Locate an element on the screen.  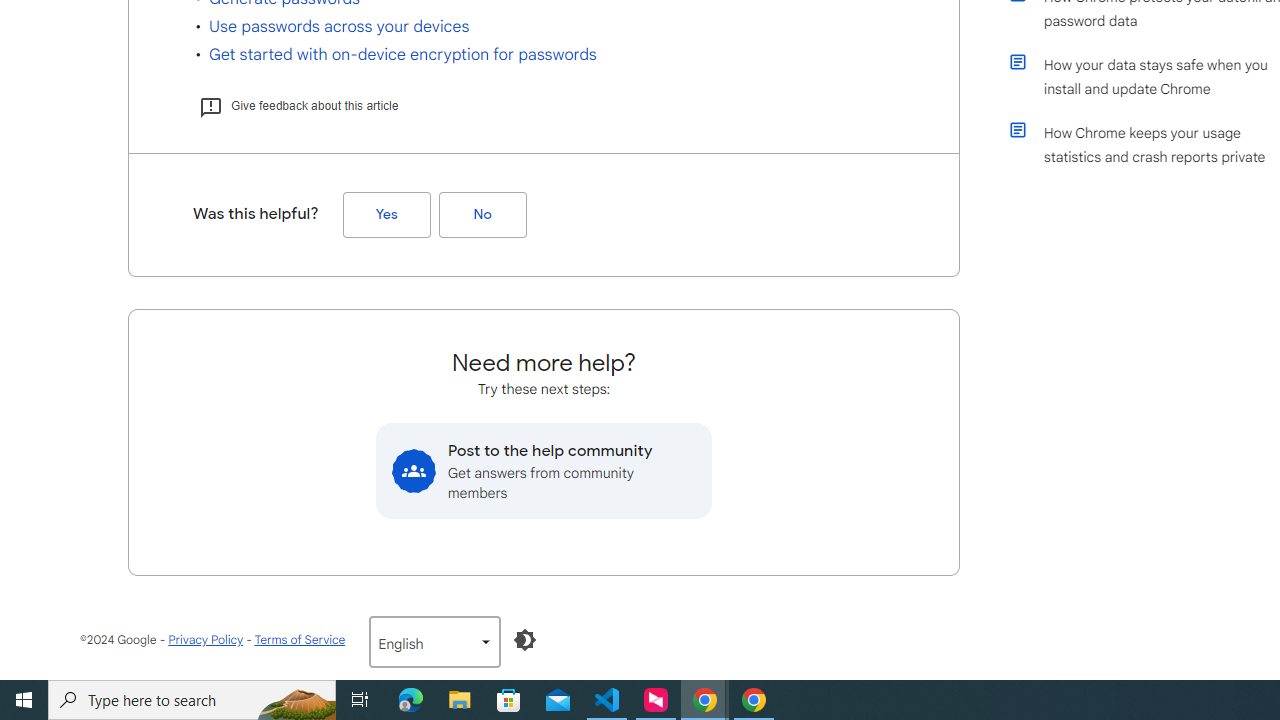
'No (Was this helpful?)' is located at coordinates (482, 215).